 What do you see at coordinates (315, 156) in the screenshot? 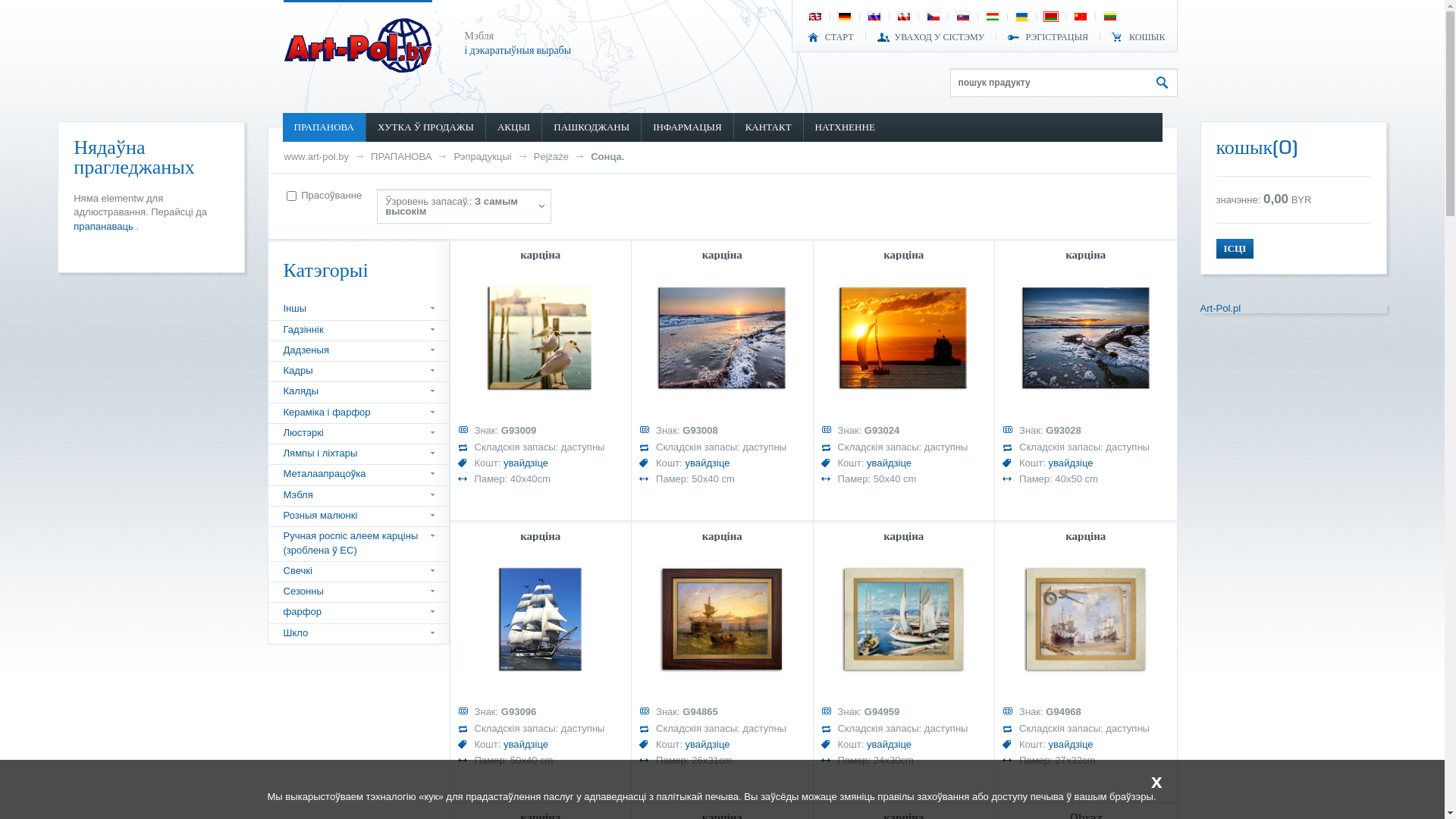
I see `'www.art-pol.by'` at bounding box center [315, 156].